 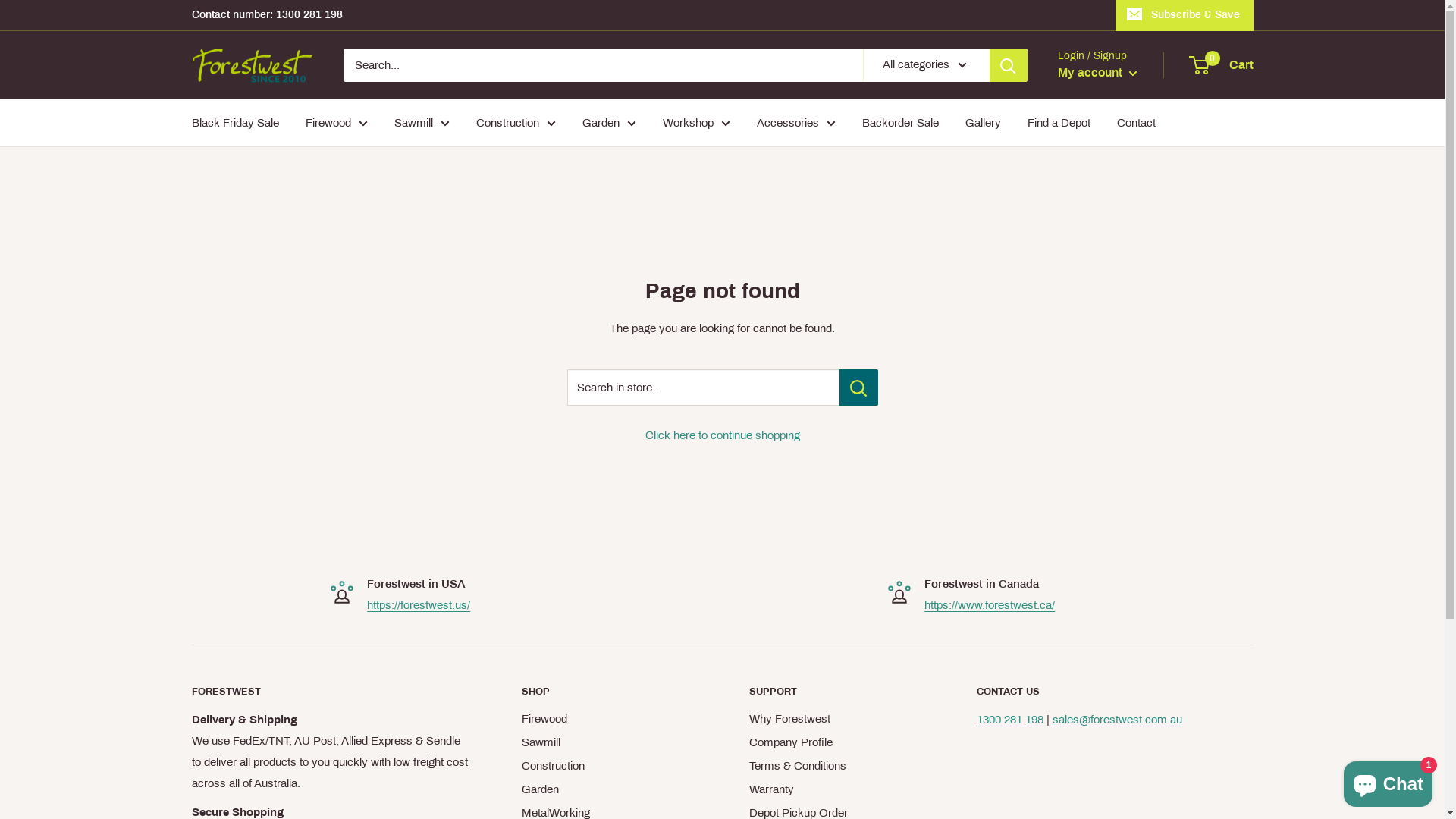 What do you see at coordinates (990, 604) in the screenshot?
I see `'https://www.forestwest.ca/'` at bounding box center [990, 604].